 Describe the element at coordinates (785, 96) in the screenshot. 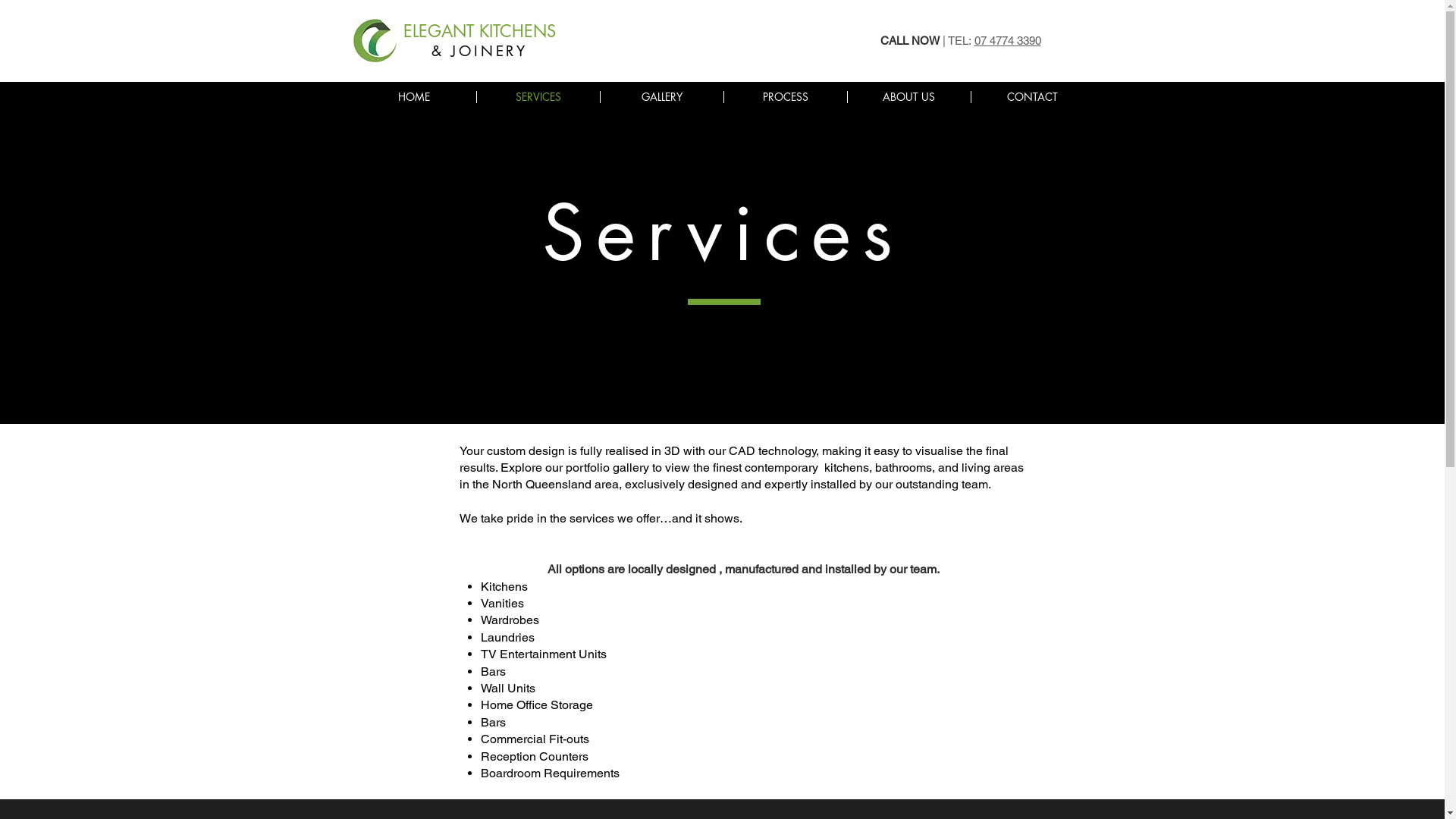

I see `'PROCESS'` at that location.